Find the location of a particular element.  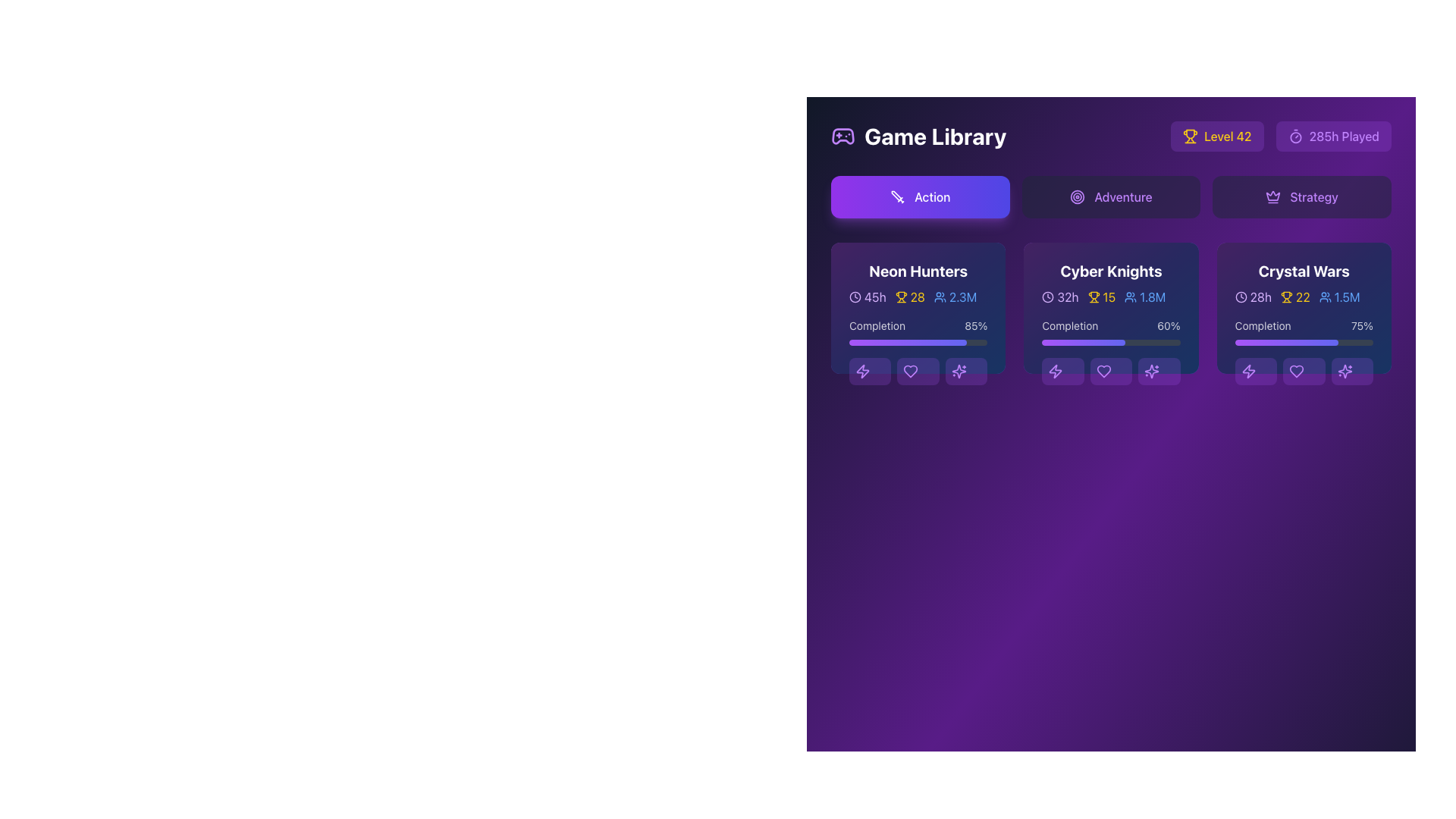

the progress bar indicating completion percentage labeled 'Completion' with the numeric value '60%' on the right, located in the bottom part of the second card (Cyber Knights) is located at coordinates (1111, 331).